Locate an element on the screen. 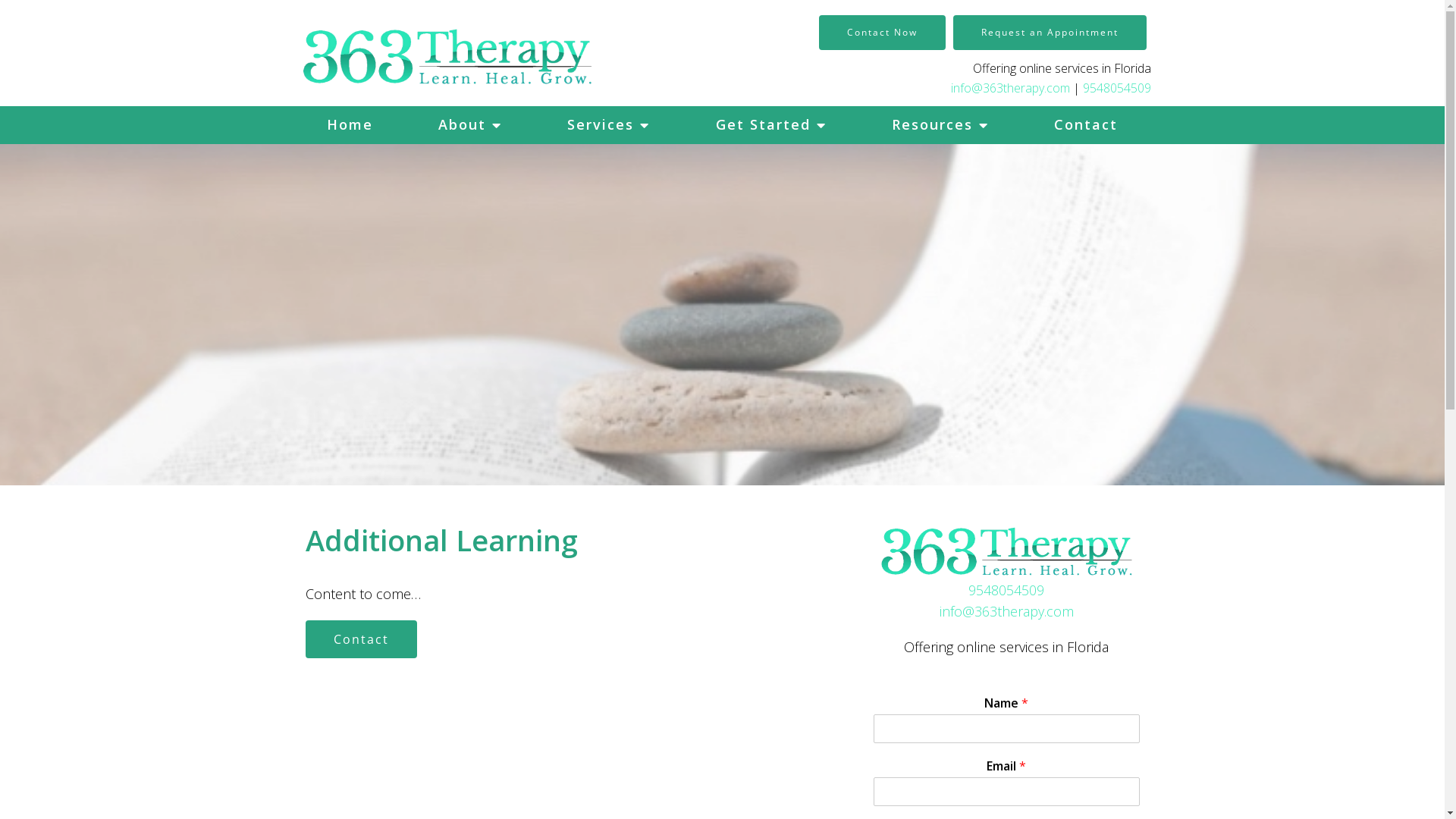  'Resources' is located at coordinates (939, 124).